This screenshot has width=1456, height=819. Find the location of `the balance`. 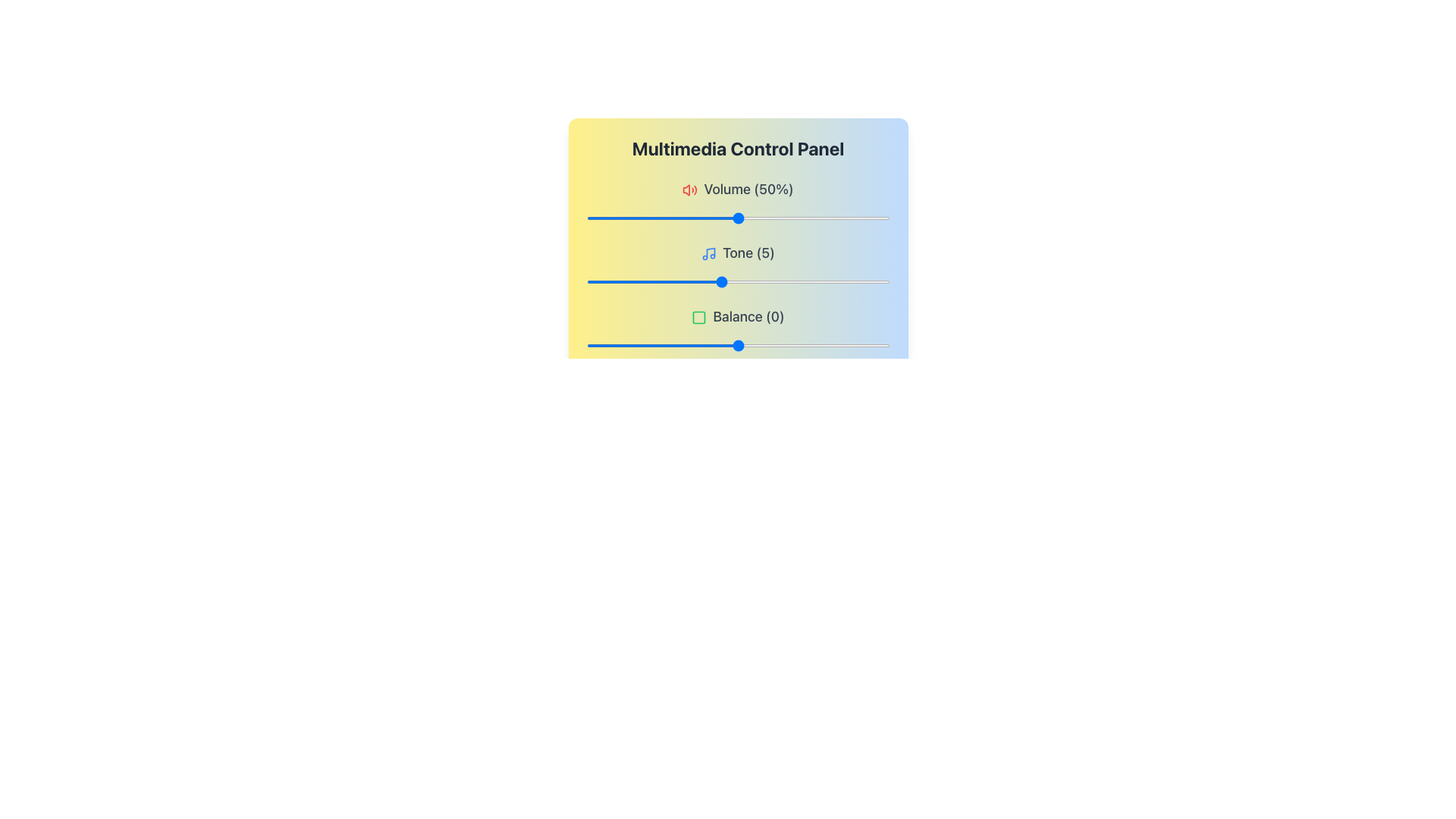

the balance is located at coordinates (738, 345).